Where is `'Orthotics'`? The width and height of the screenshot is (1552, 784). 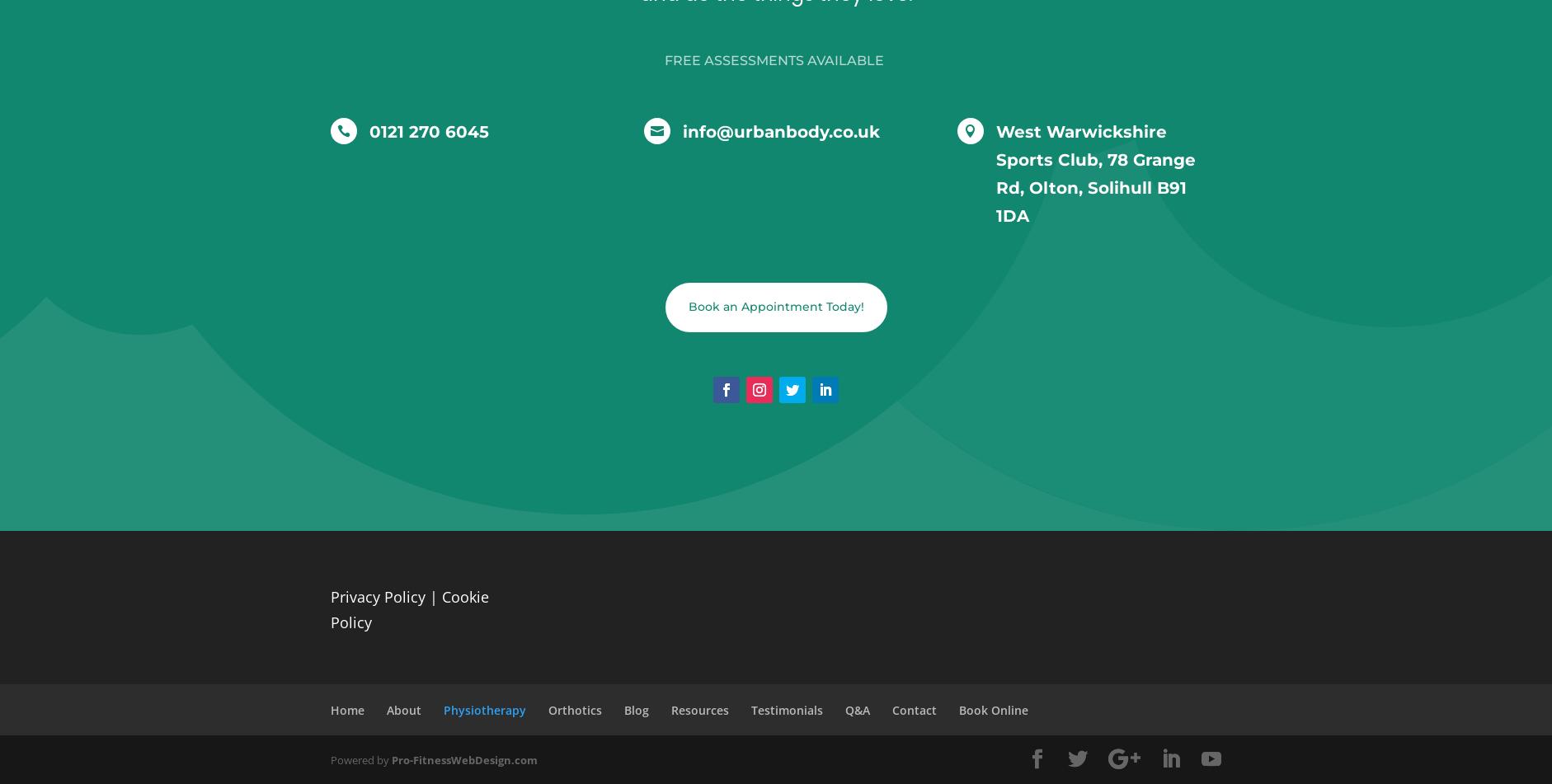 'Orthotics' is located at coordinates (547, 708).